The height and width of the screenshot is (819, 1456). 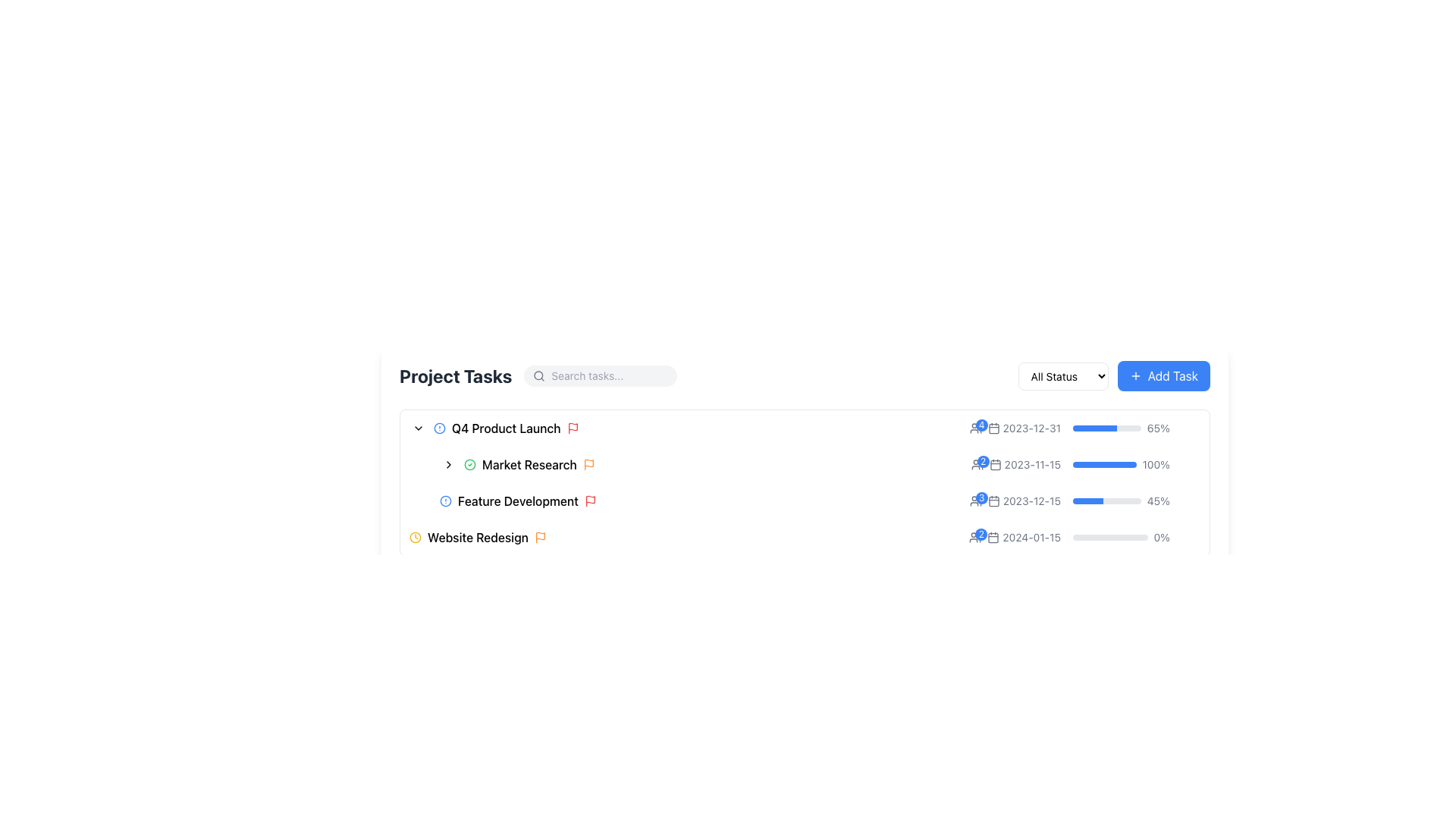 I want to click on the 'Website Redesign' task row, which is the fourth item, so click(x=689, y=537).